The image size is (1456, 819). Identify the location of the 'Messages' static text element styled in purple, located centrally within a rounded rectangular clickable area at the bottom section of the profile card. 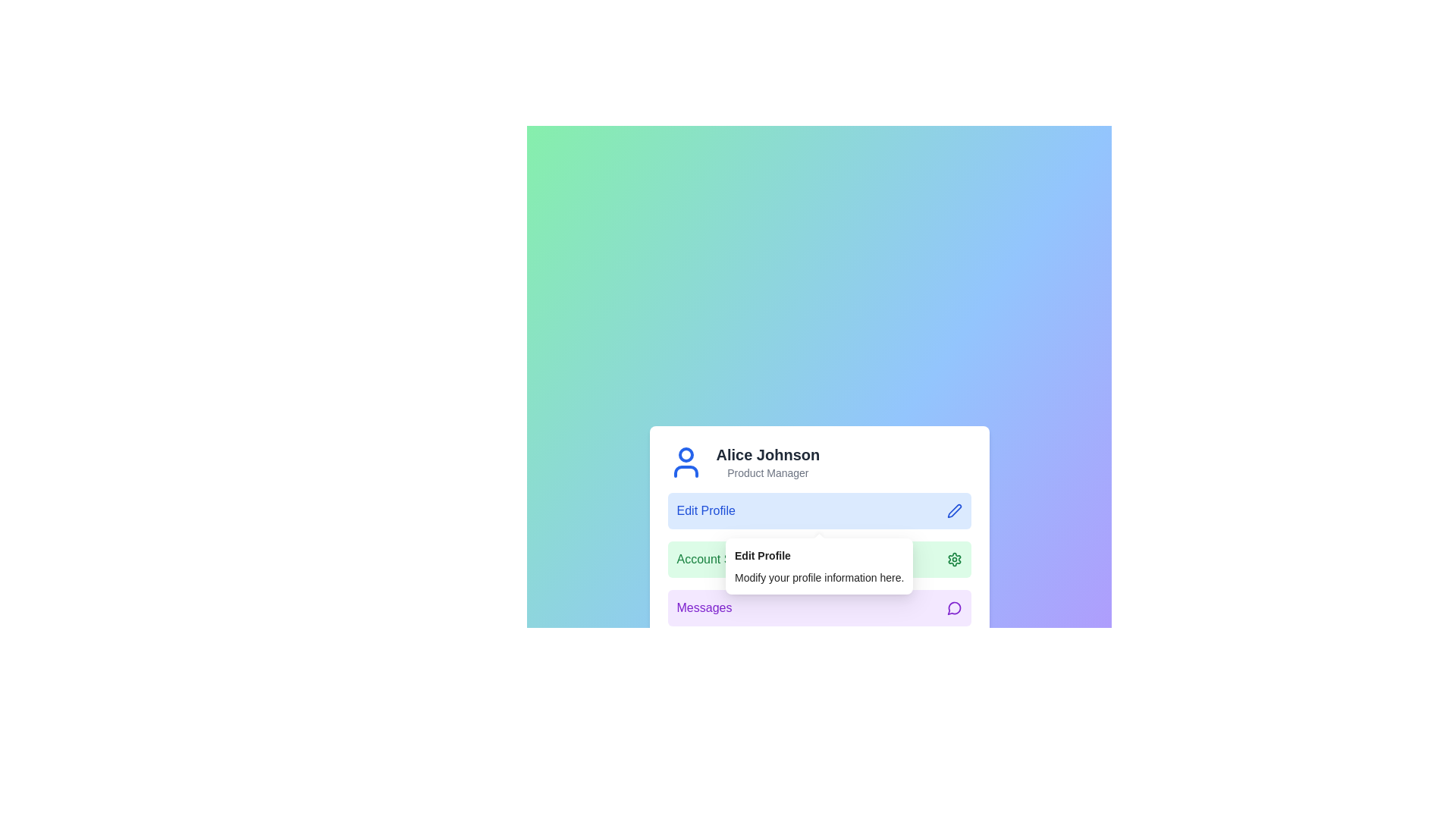
(703, 607).